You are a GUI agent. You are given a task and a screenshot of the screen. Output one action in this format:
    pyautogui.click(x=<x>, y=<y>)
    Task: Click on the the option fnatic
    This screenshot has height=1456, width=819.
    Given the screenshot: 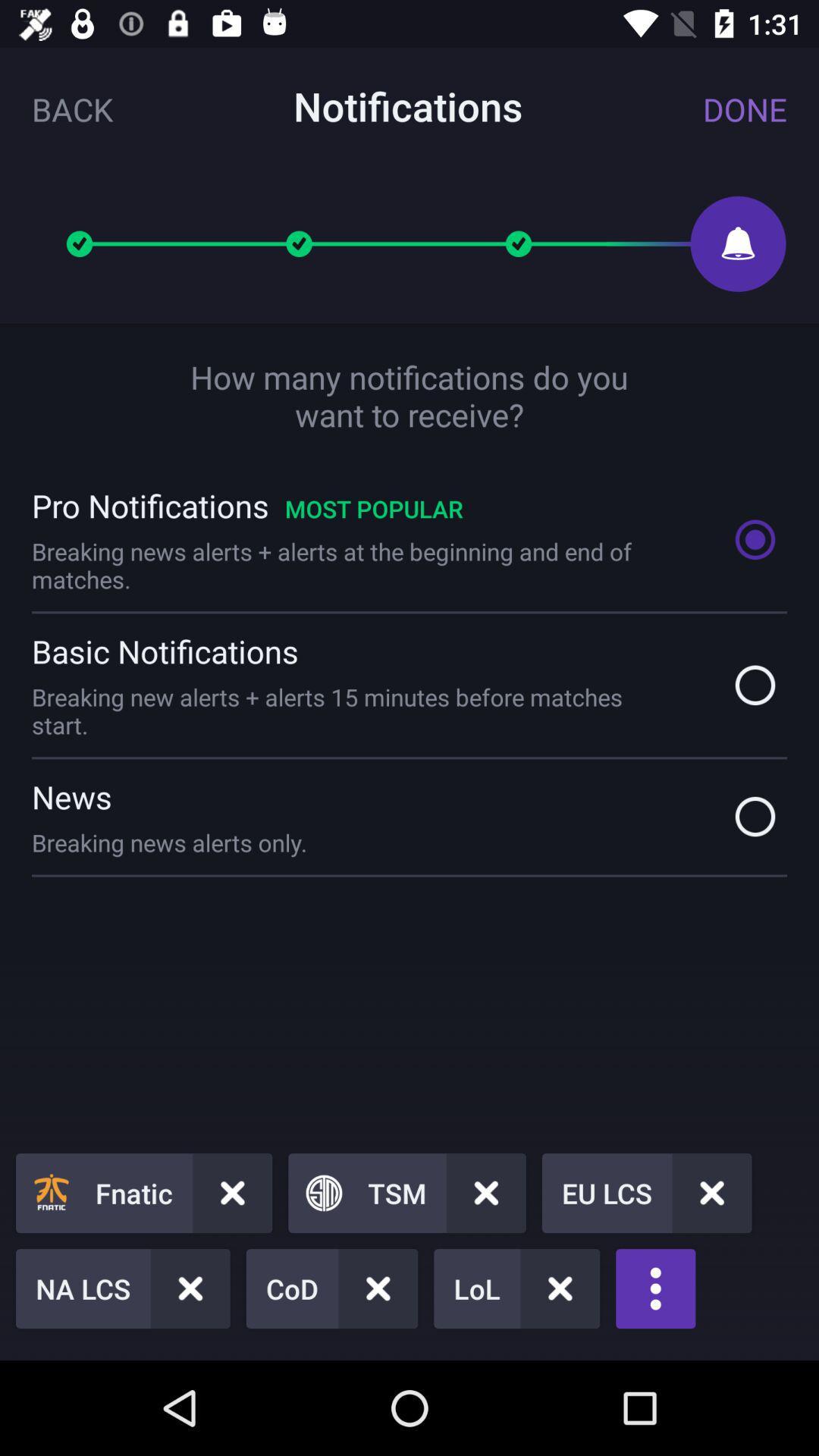 What is the action you would take?
    pyautogui.click(x=143, y=1192)
    